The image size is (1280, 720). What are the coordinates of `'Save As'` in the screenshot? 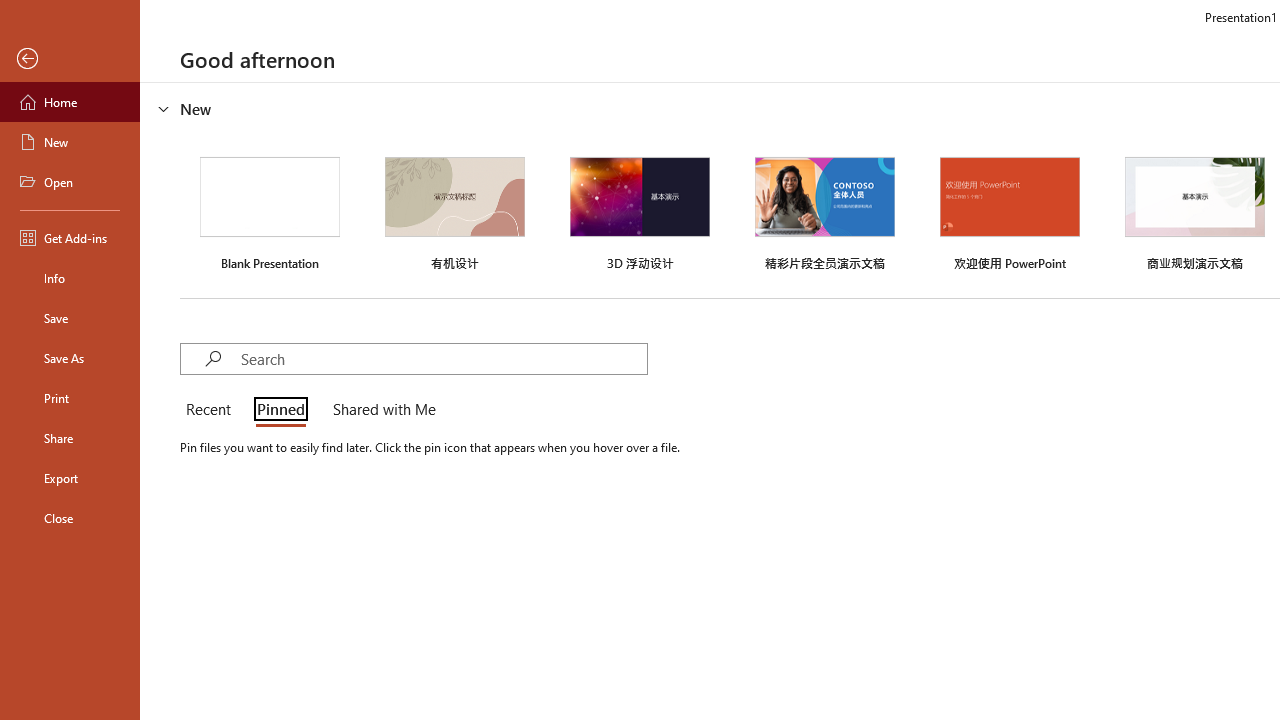 It's located at (69, 356).